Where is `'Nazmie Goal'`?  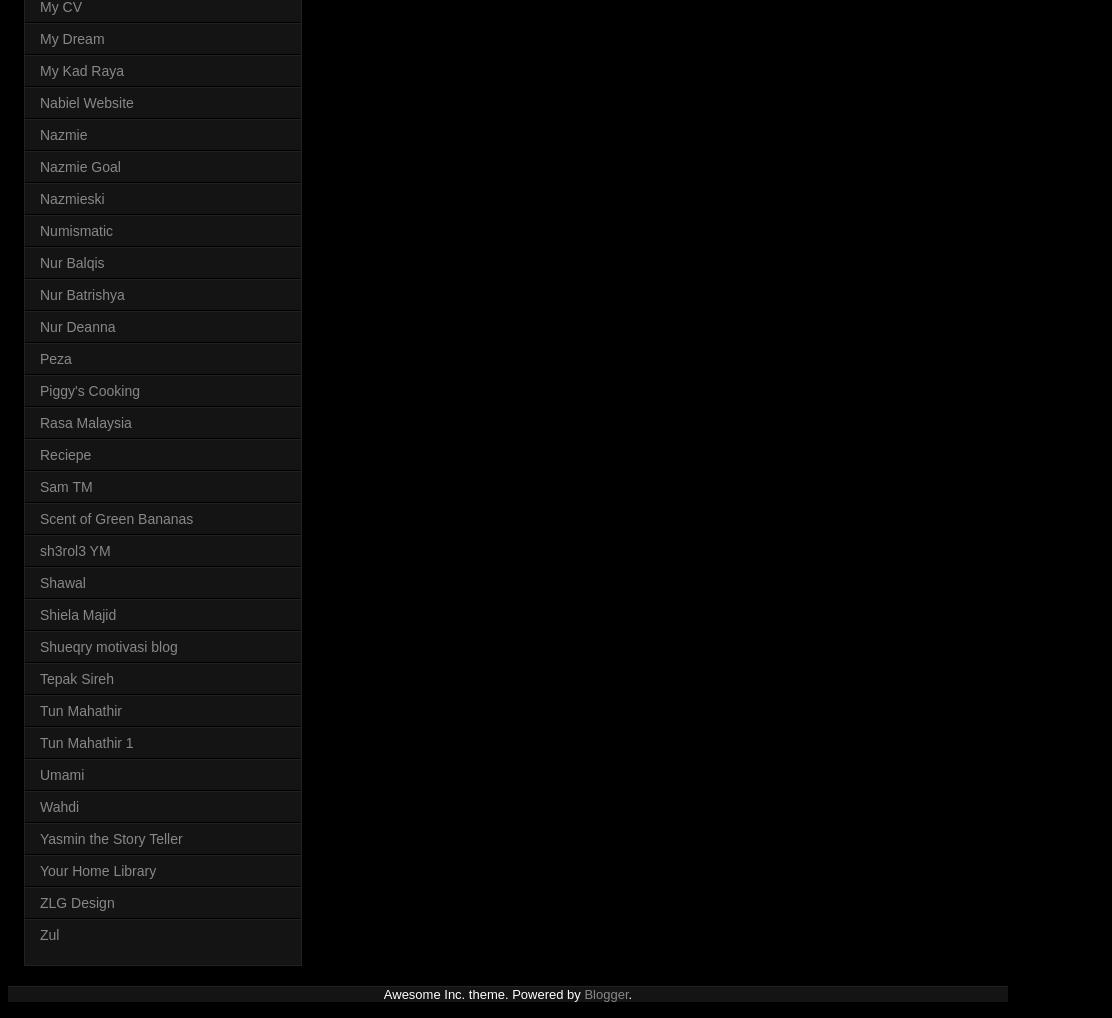
'Nazmie Goal' is located at coordinates (78, 166).